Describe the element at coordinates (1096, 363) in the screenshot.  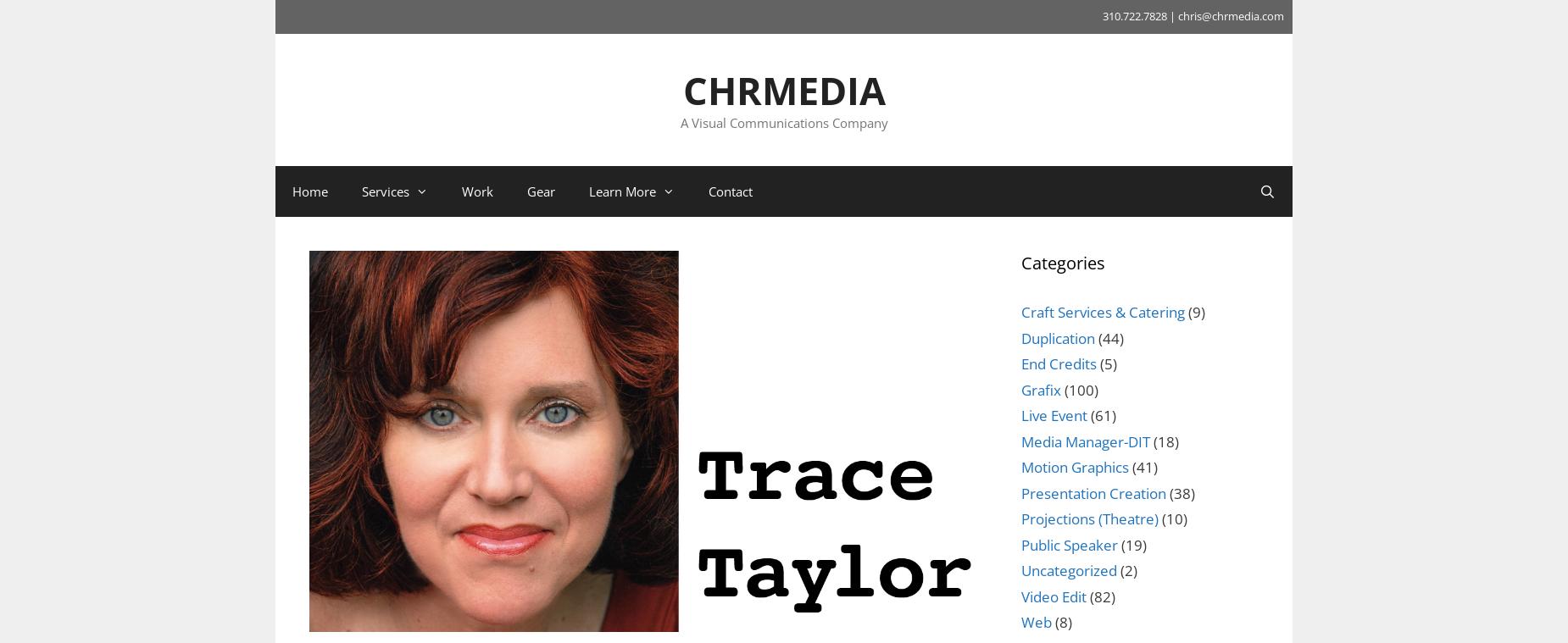
I see `'(5)'` at that location.